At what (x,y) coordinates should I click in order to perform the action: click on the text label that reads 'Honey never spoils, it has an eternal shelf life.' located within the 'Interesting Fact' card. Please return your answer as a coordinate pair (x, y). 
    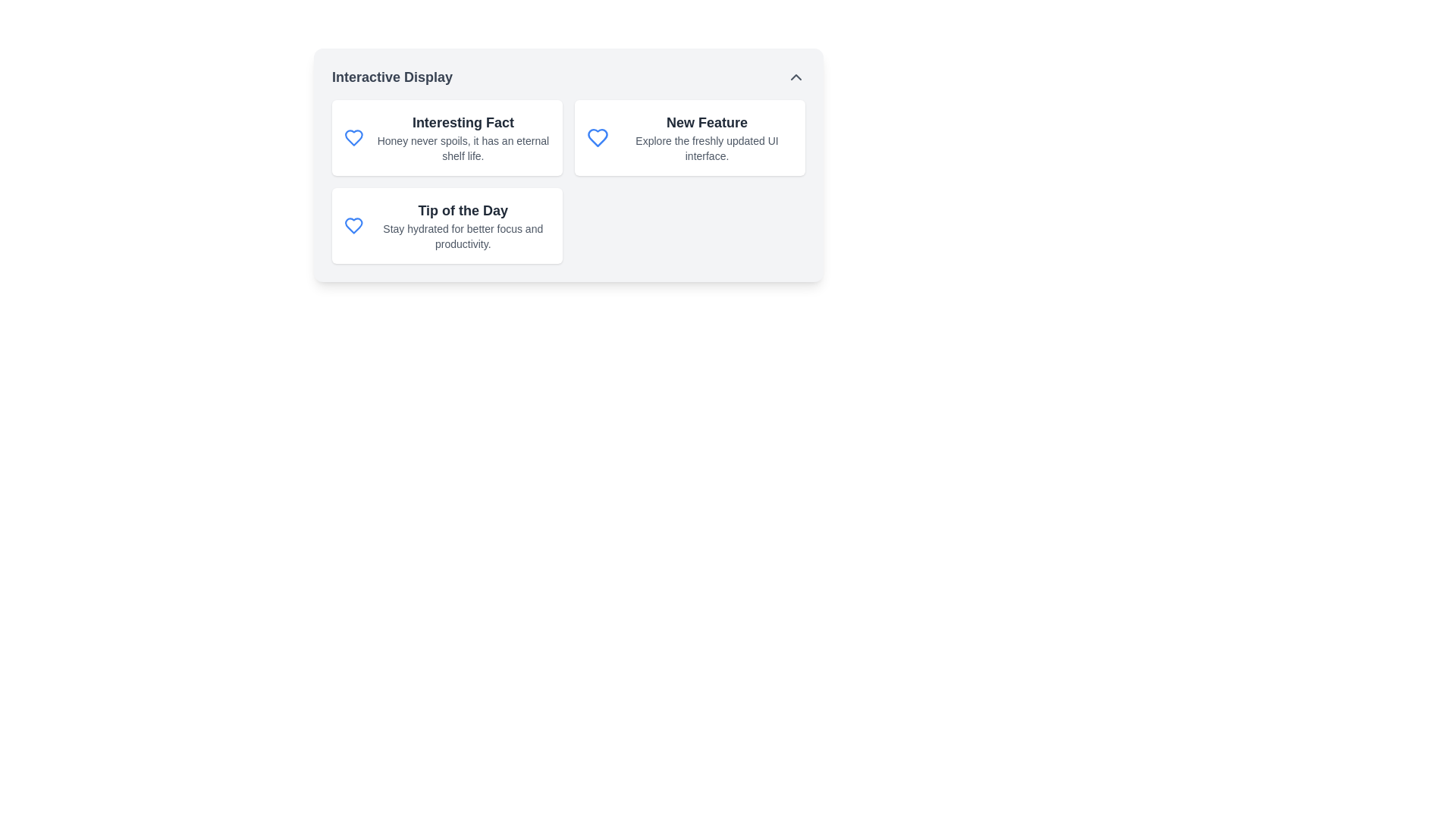
    Looking at the image, I should click on (462, 149).